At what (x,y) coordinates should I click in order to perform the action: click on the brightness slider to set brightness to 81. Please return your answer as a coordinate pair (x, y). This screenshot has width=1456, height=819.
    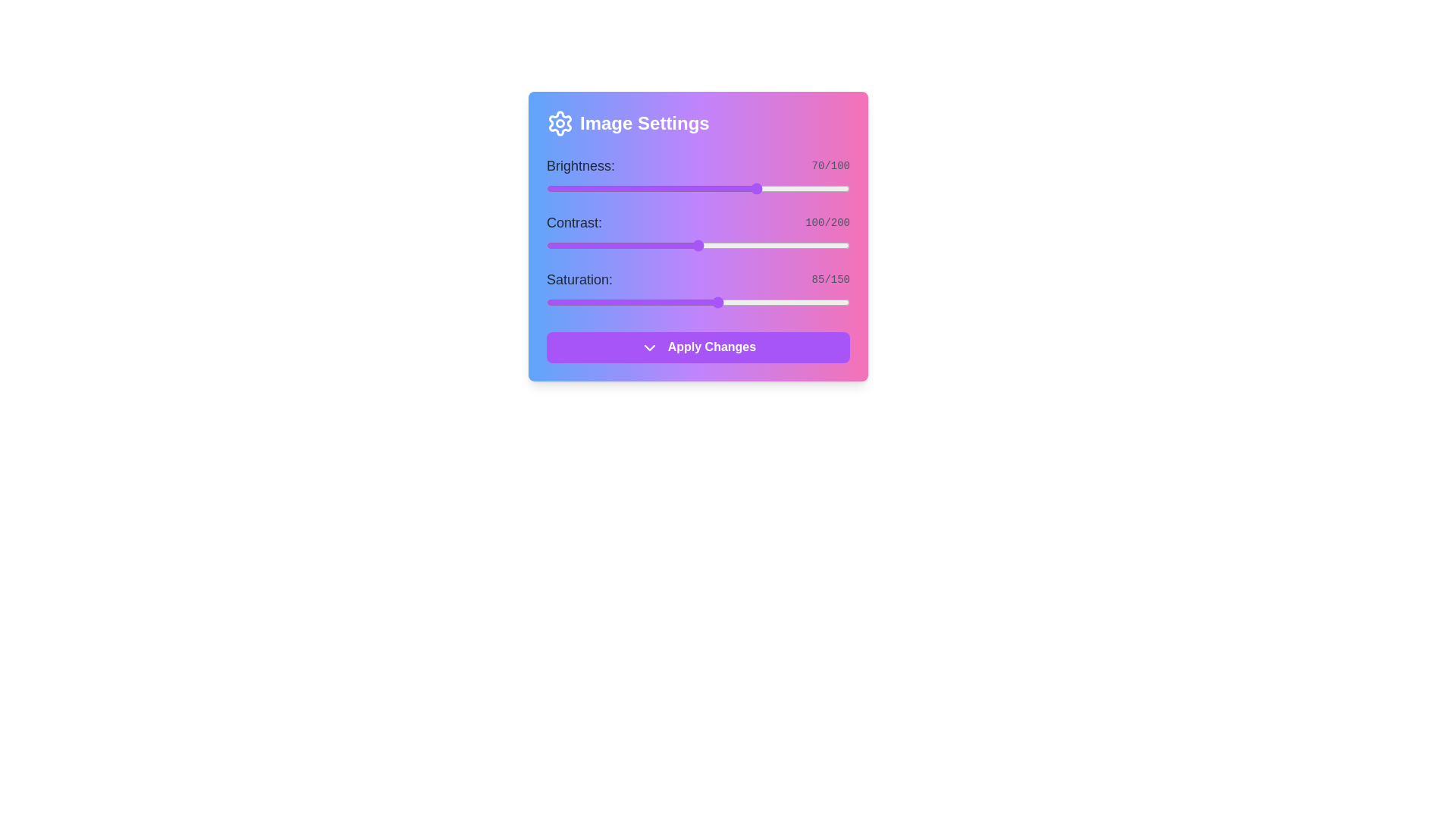
    Looking at the image, I should click on (792, 188).